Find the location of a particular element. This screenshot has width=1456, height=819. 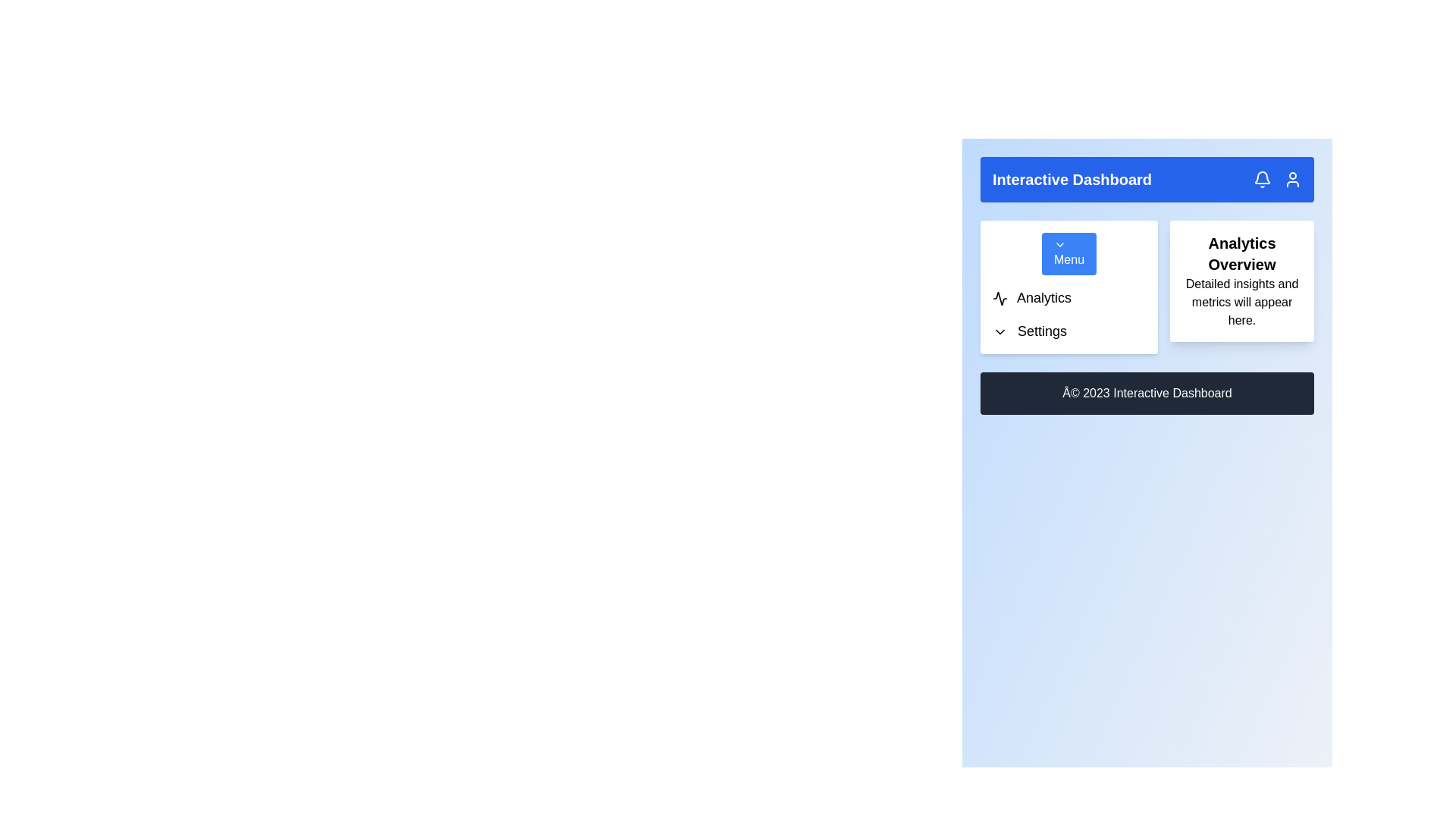

the user profile icon, which is a simplistic outline of a person located on the top-right of the interface is located at coordinates (1291, 178).